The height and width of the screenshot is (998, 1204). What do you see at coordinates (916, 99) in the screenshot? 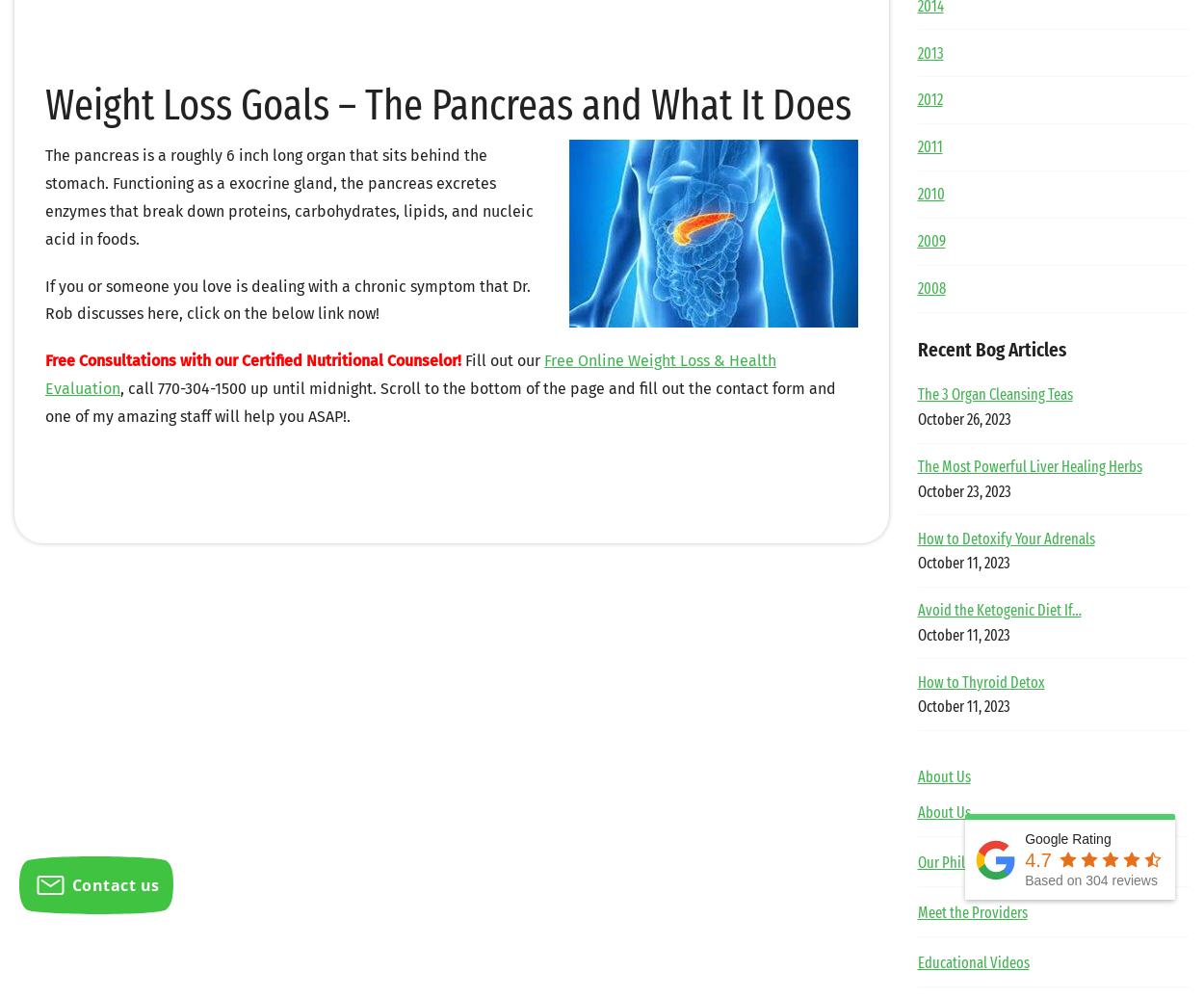
I see `'2012'` at bounding box center [916, 99].